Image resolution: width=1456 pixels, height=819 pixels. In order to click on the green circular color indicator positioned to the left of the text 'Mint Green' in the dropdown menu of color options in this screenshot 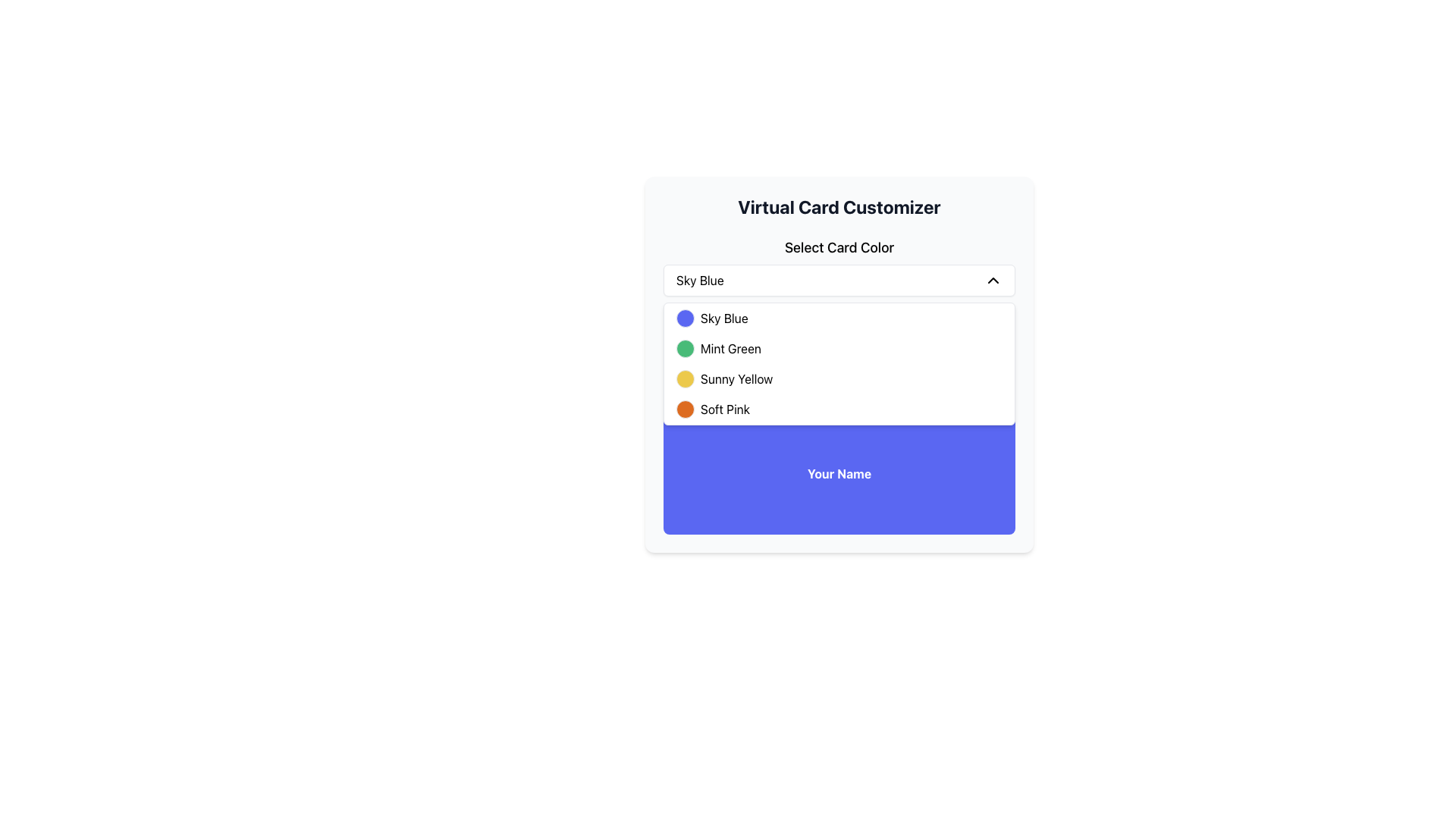, I will do `click(684, 348)`.